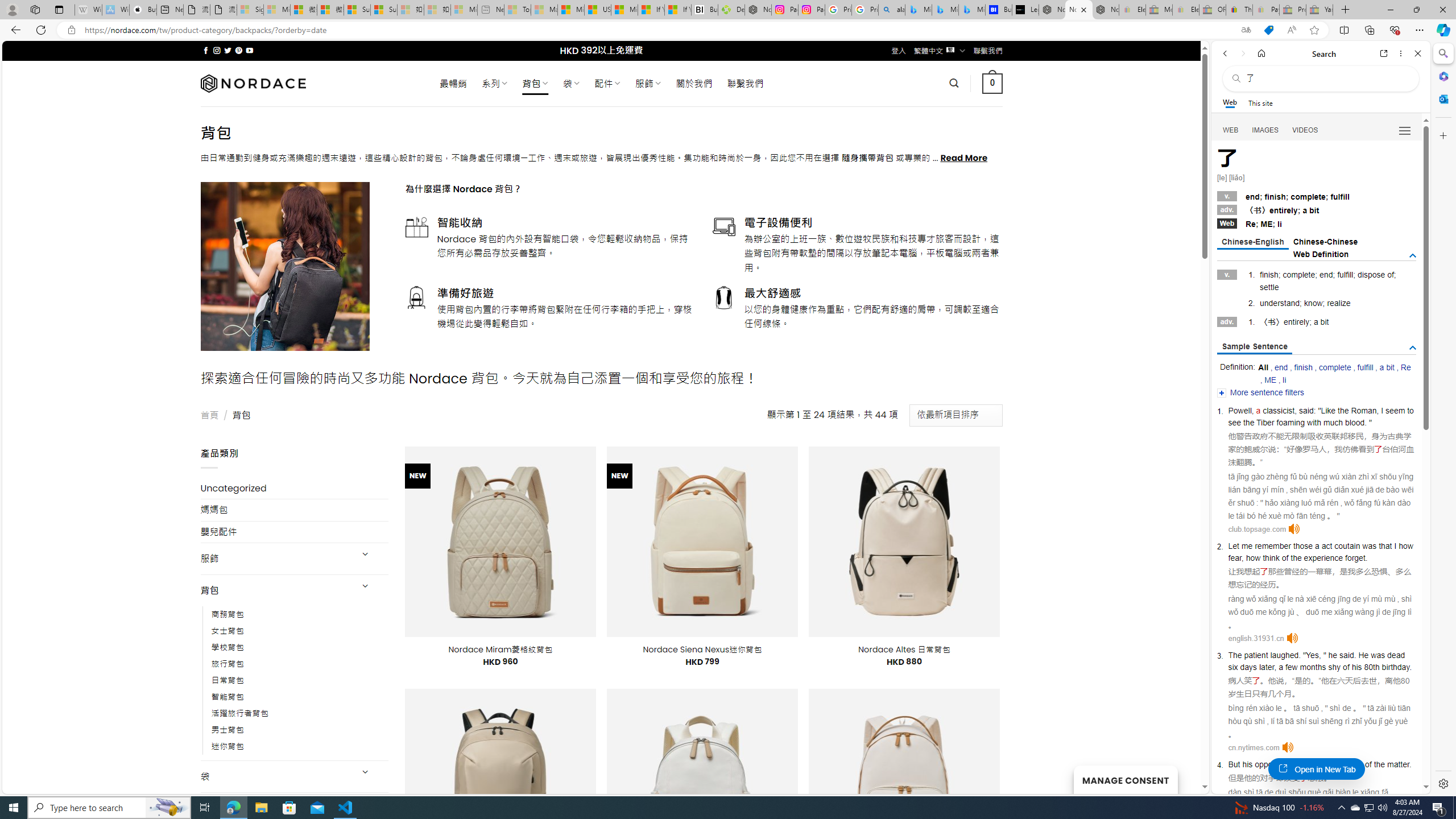  I want to click on 'fear', so click(1234, 557).